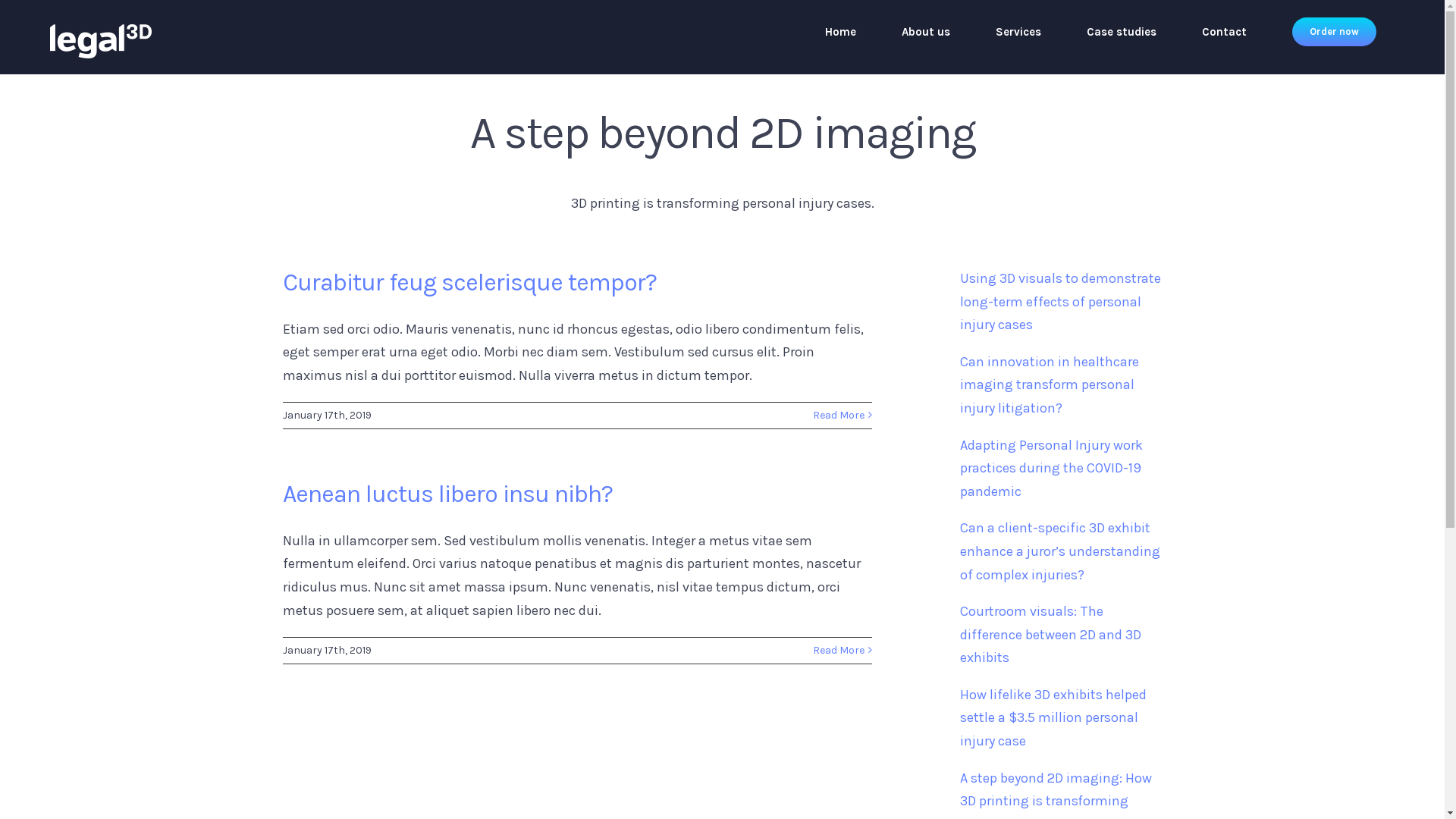  What do you see at coordinates (1121, 32) in the screenshot?
I see `'Case studies'` at bounding box center [1121, 32].